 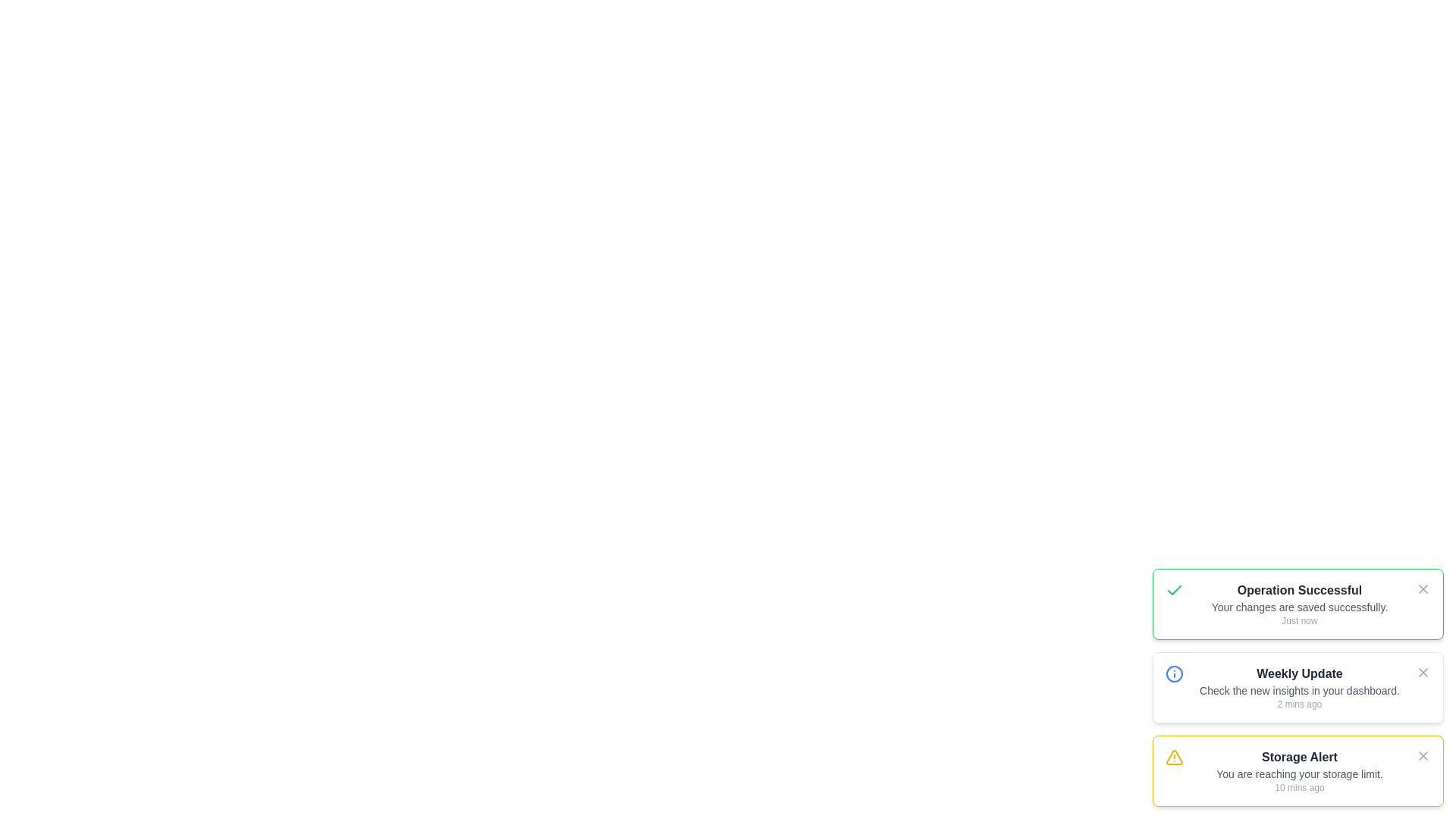 What do you see at coordinates (1298, 774) in the screenshot?
I see `the text label displaying 'You are reaching your storage limit.' which is located within a notification box directly beneath the header 'Storage Alert'` at bounding box center [1298, 774].